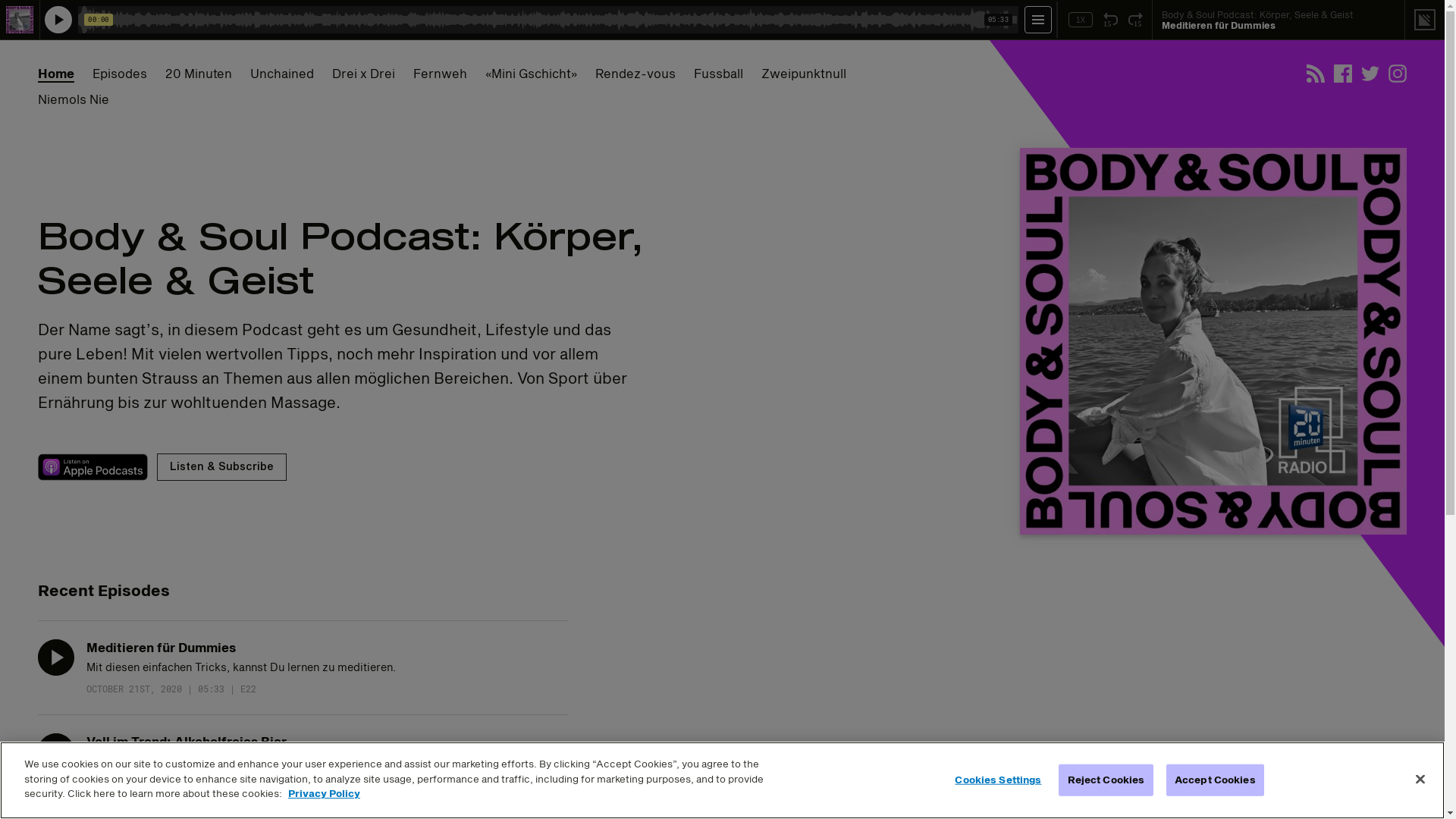 The height and width of the screenshot is (819, 1456). I want to click on 'Rendez-vous', so click(595, 73).